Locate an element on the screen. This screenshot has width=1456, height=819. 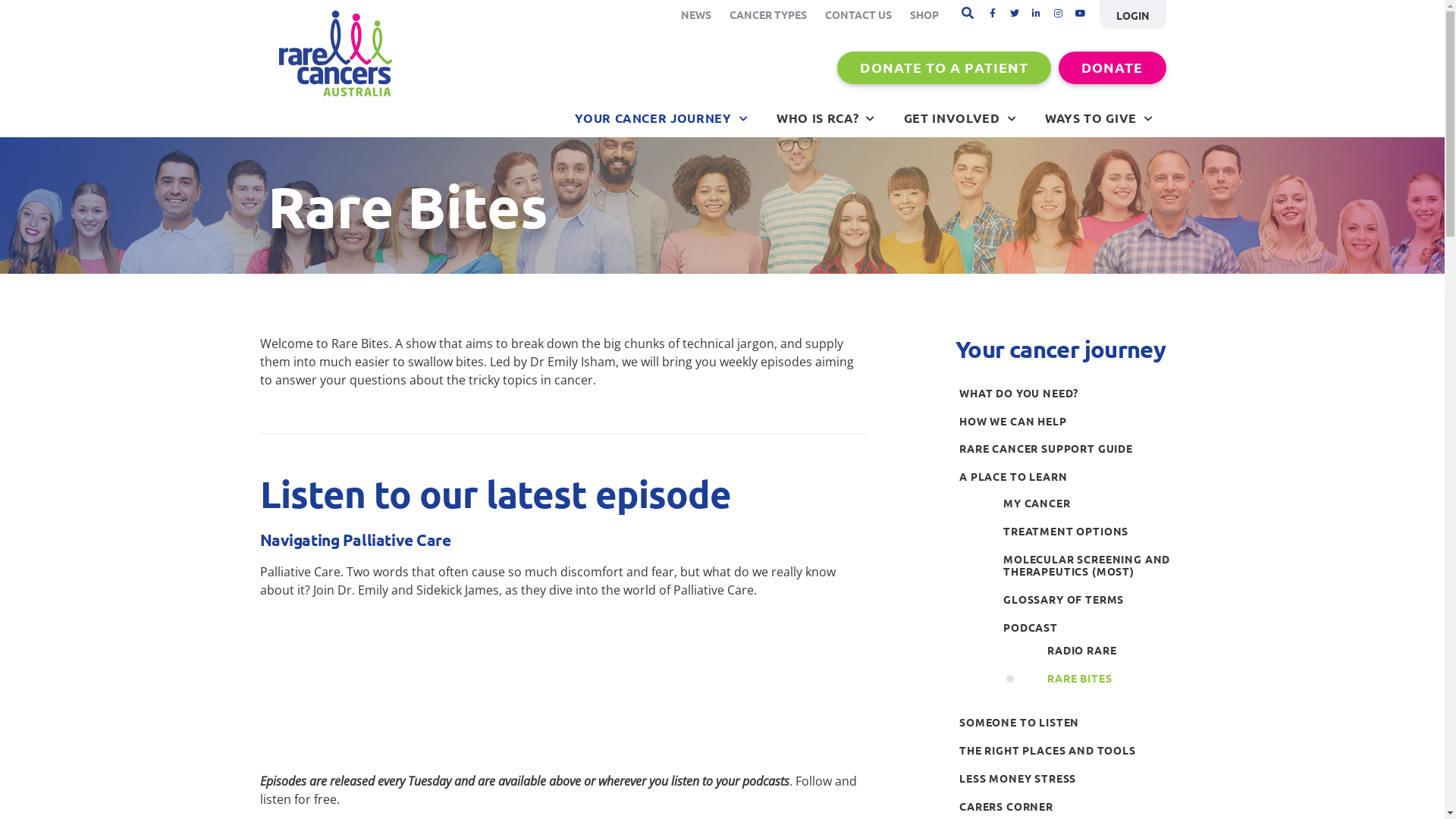
'CONTACT US' is located at coordinates (858, 14).